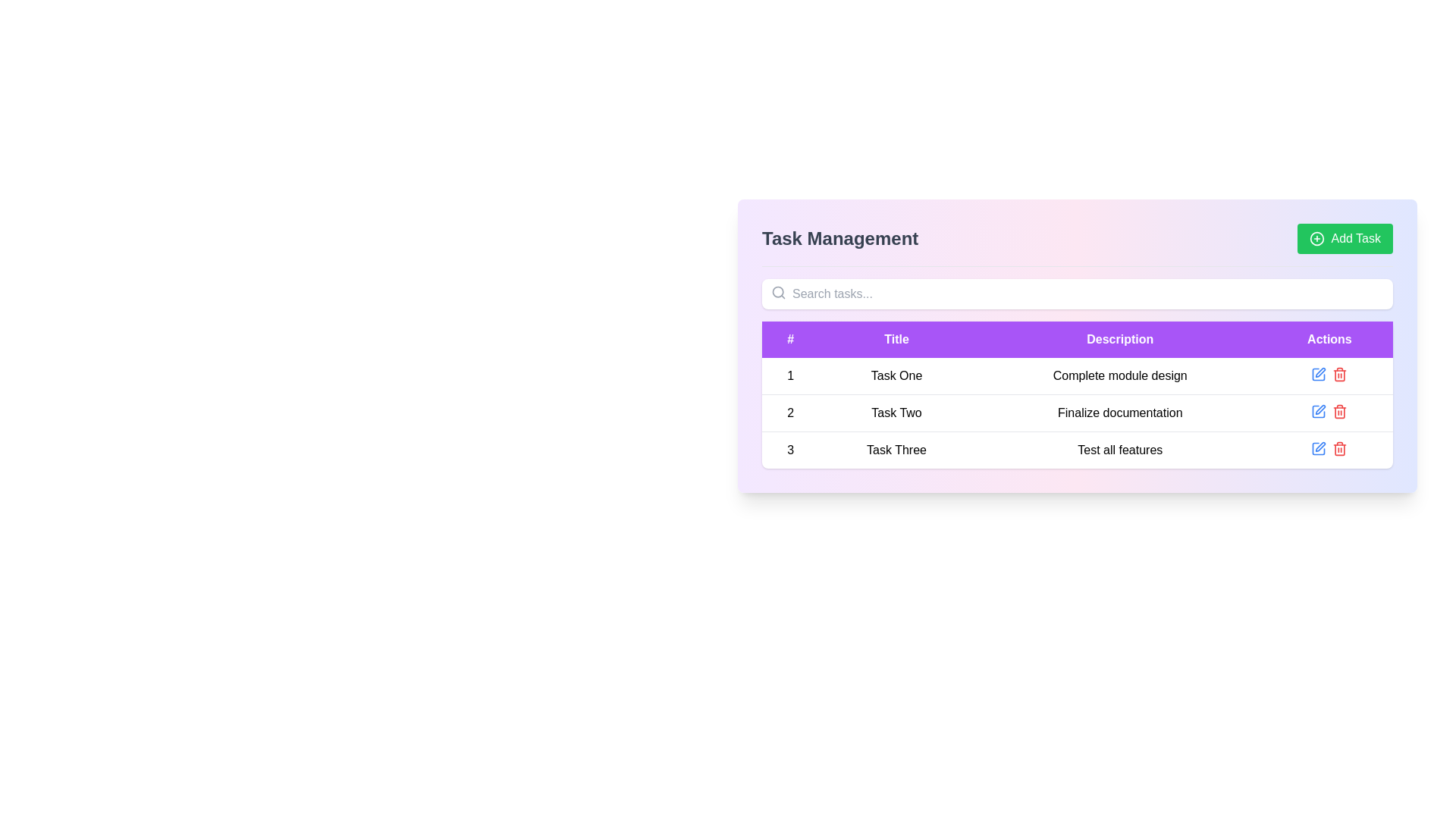  I want to click on the pen icon associated with editing functionality in the 'Actions' column of the task management table for Task One, so click(1320, 372).